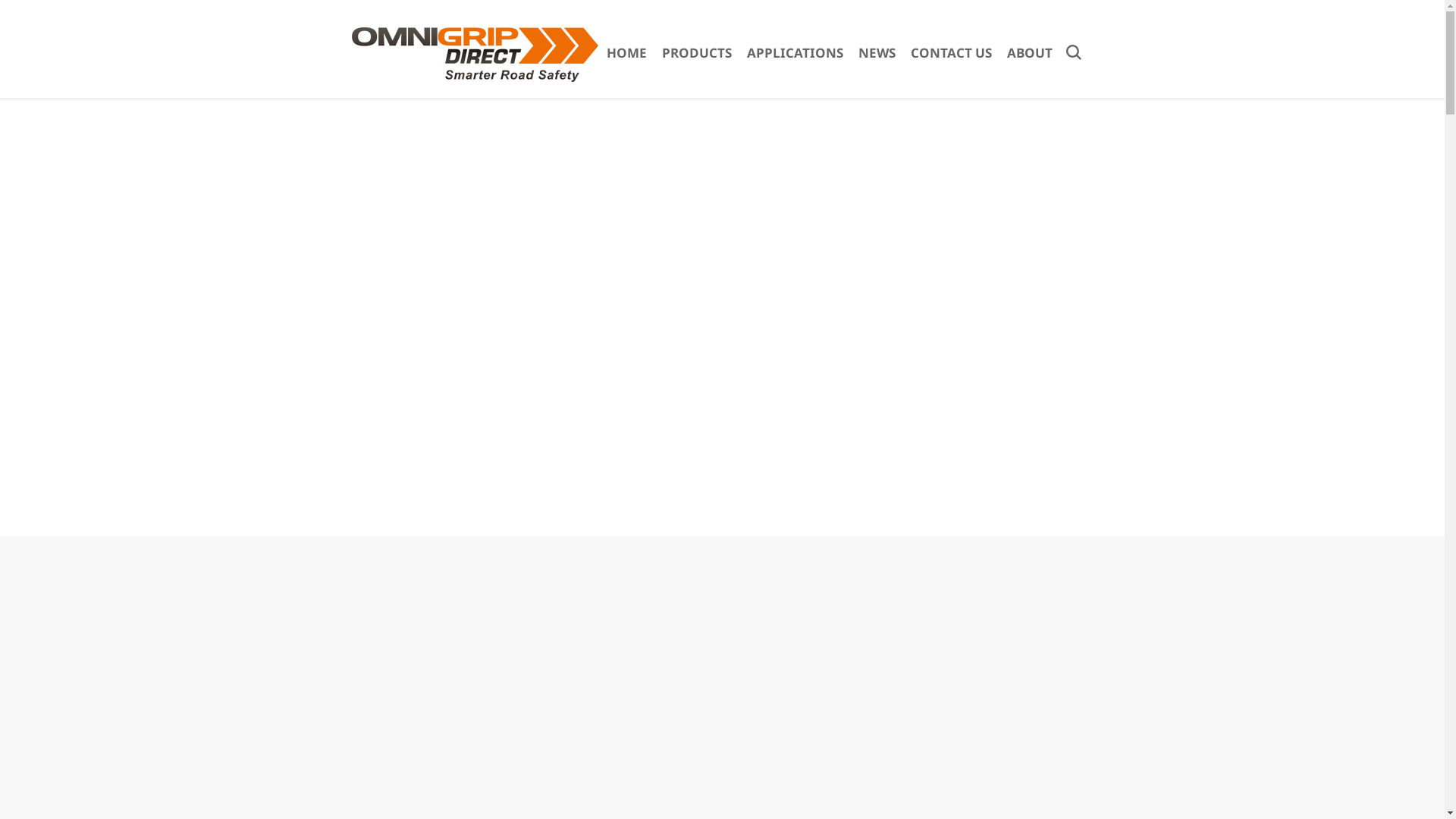  What do you see at coordinates (695, 52) in the screenshot?
I see `'PRODUCTS'` at bounding box center [695, 52].